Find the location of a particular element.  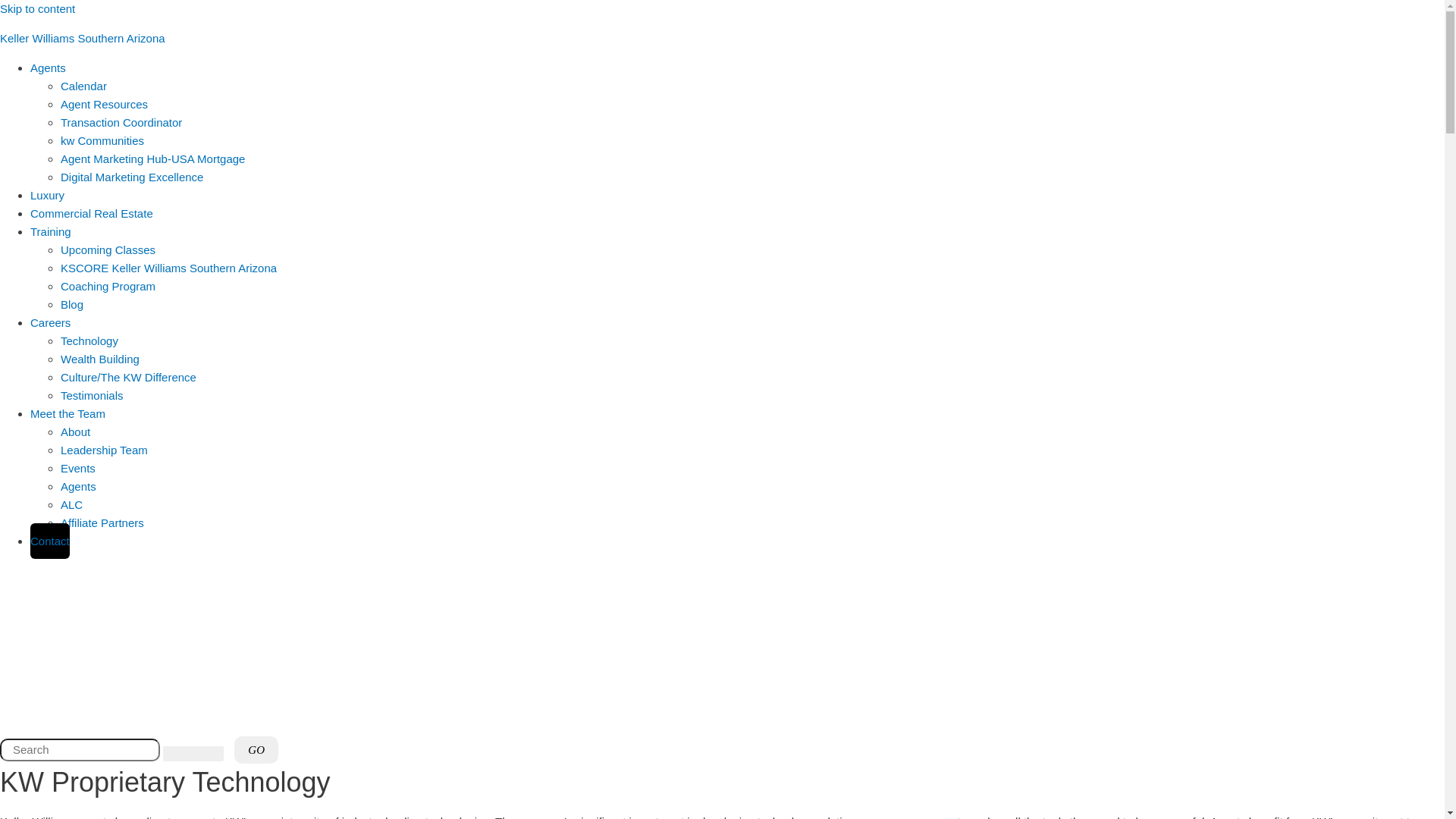

'Upcoming Classes' is located at coordinates (107, 249).